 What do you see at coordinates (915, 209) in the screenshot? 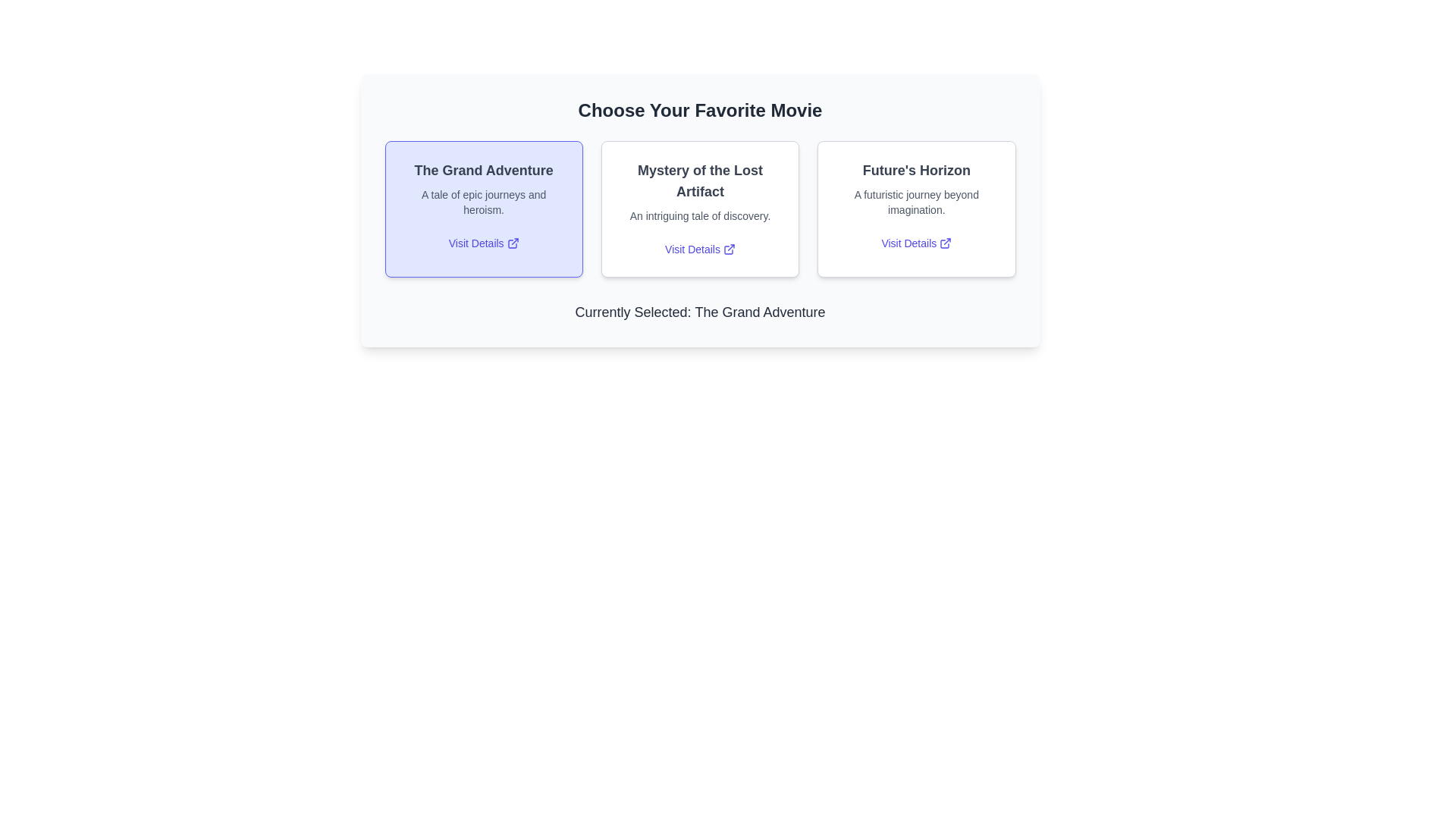
I see `the 'Future's Horizon' card in the third column of the grid to scale it slightly` at bounding box center [915, 209].